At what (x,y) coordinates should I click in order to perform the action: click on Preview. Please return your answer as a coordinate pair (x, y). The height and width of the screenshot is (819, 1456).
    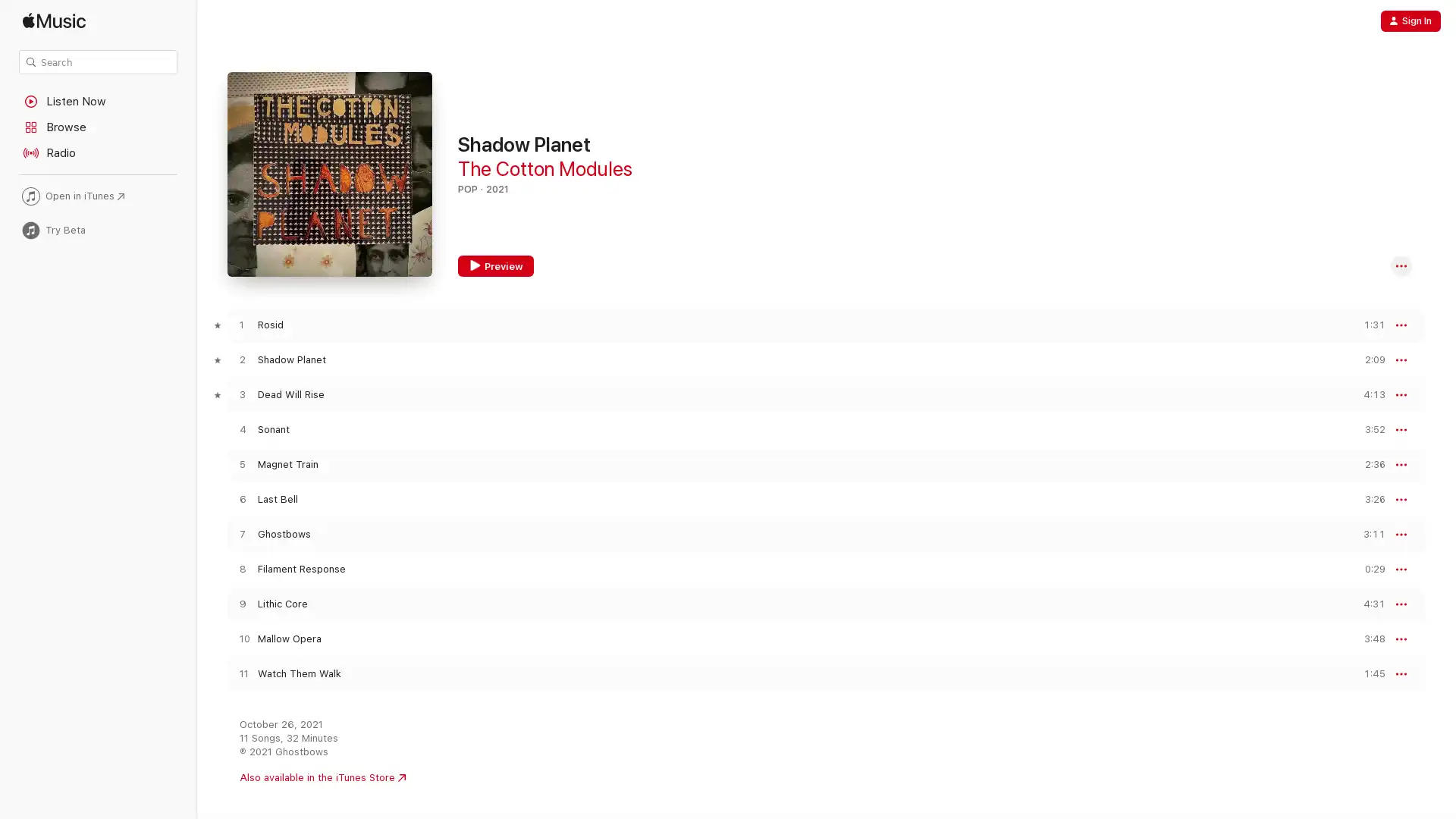
    Looking at the image, I should click on (1368, 639).